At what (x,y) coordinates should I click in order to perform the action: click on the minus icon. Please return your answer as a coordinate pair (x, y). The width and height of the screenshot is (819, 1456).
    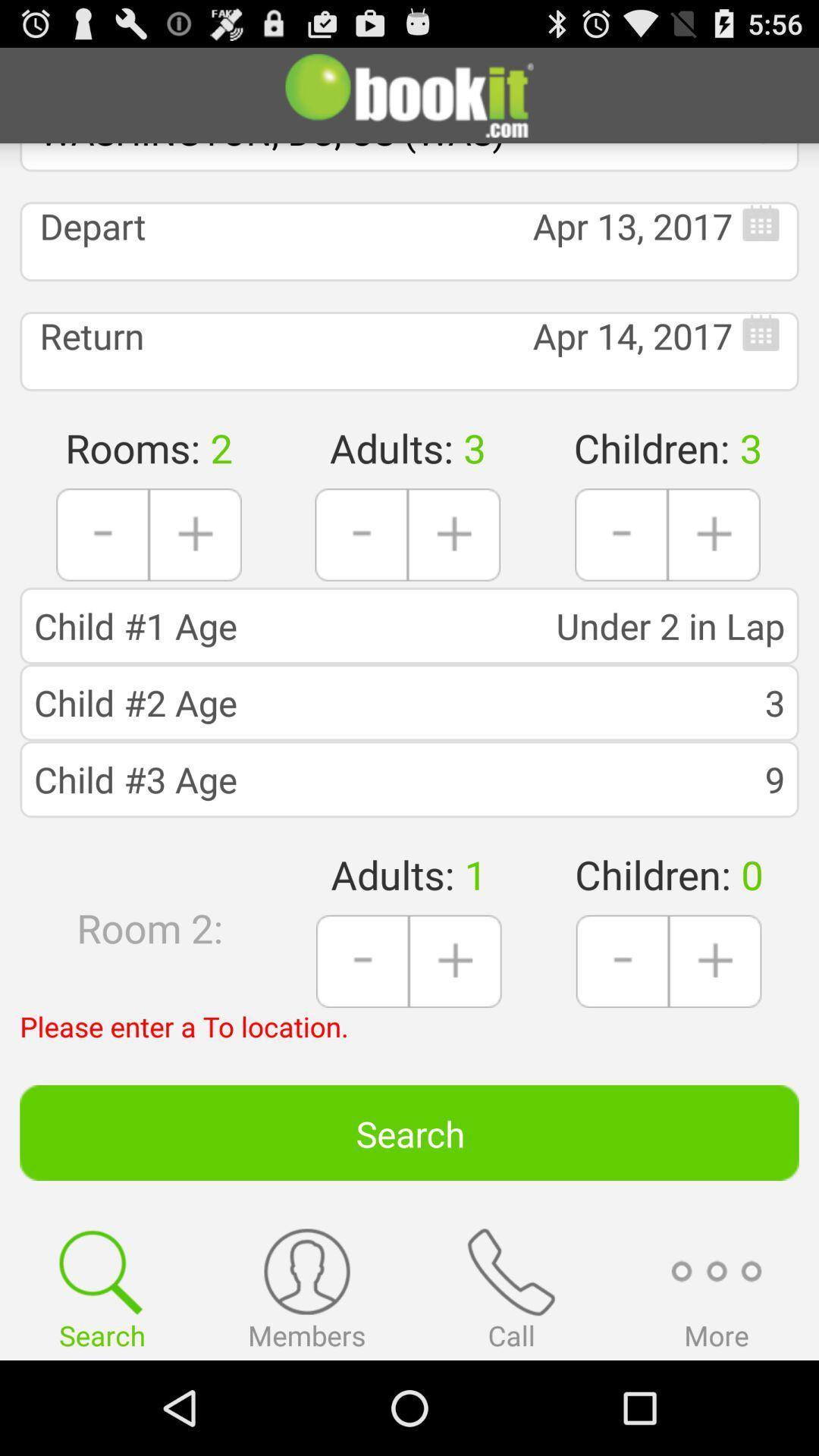
    Looking at the image, I should click on (362, 1028).